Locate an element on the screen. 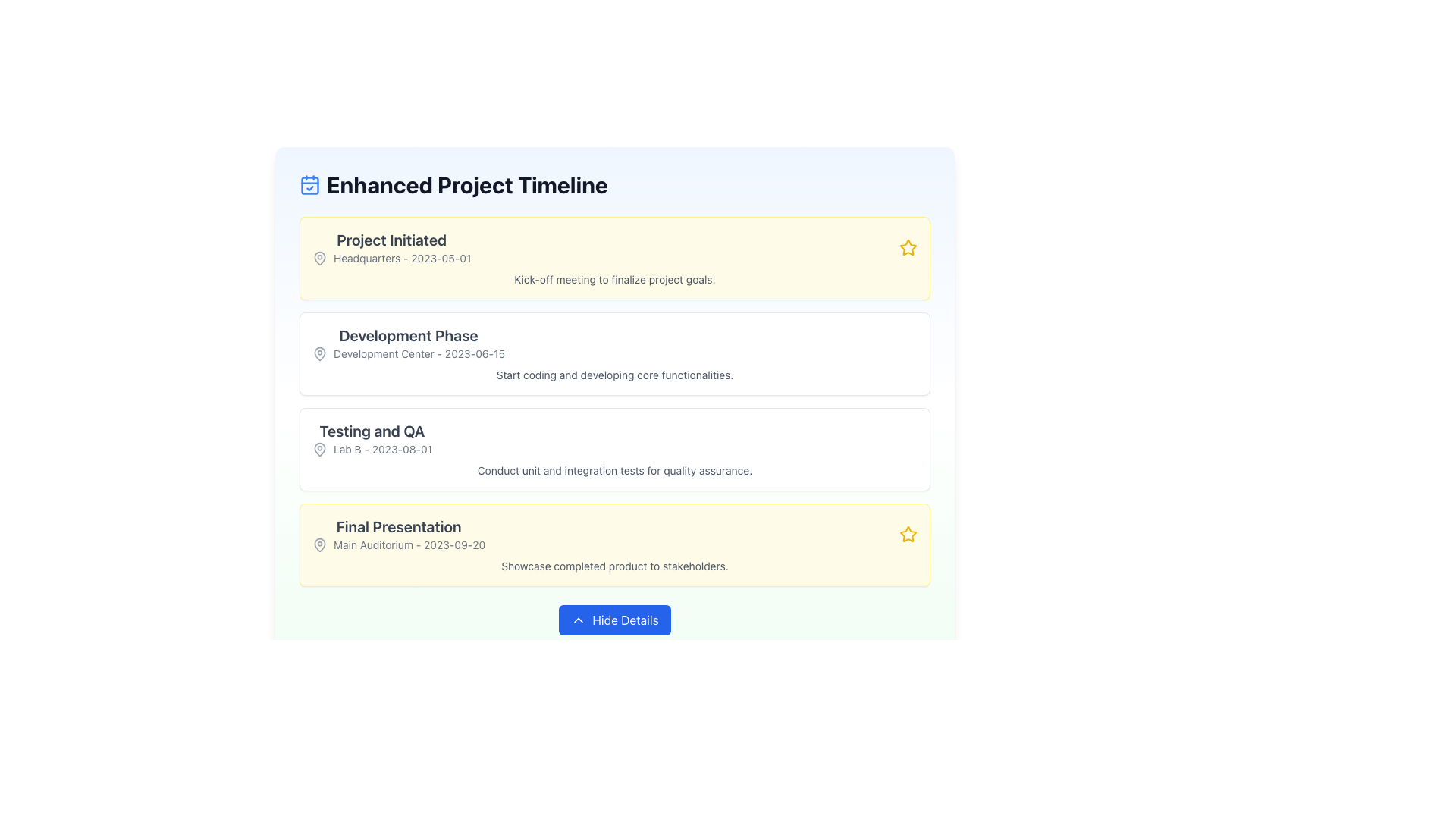 This screenshot has width=1456, height=819. text label that serves as the title for the associated timeline phase, located at the center of the first content element in the second card of the project timeline is located at coordinates (408, 335).